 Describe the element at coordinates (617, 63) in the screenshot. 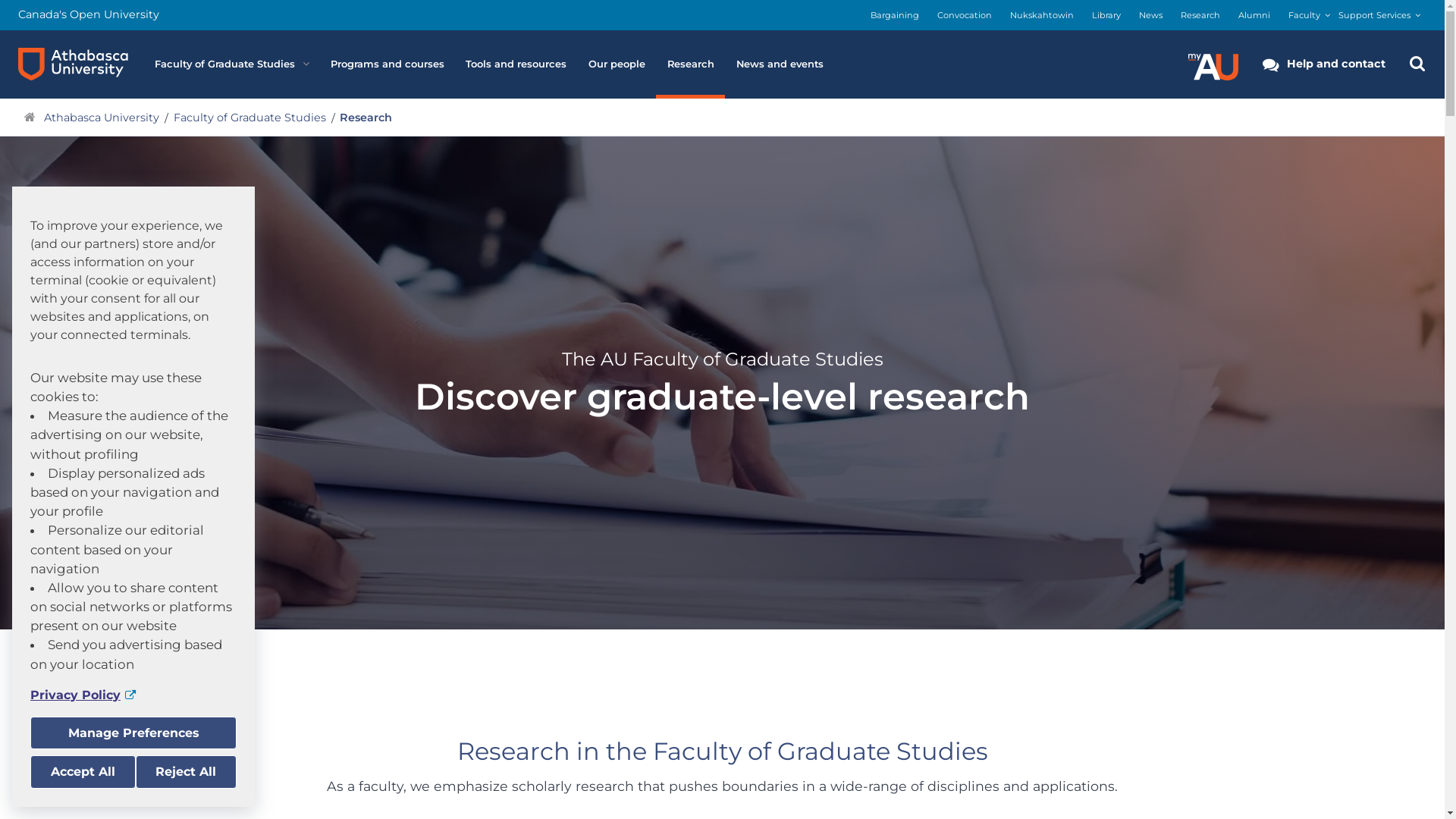

I see `'Our people'` at that location.